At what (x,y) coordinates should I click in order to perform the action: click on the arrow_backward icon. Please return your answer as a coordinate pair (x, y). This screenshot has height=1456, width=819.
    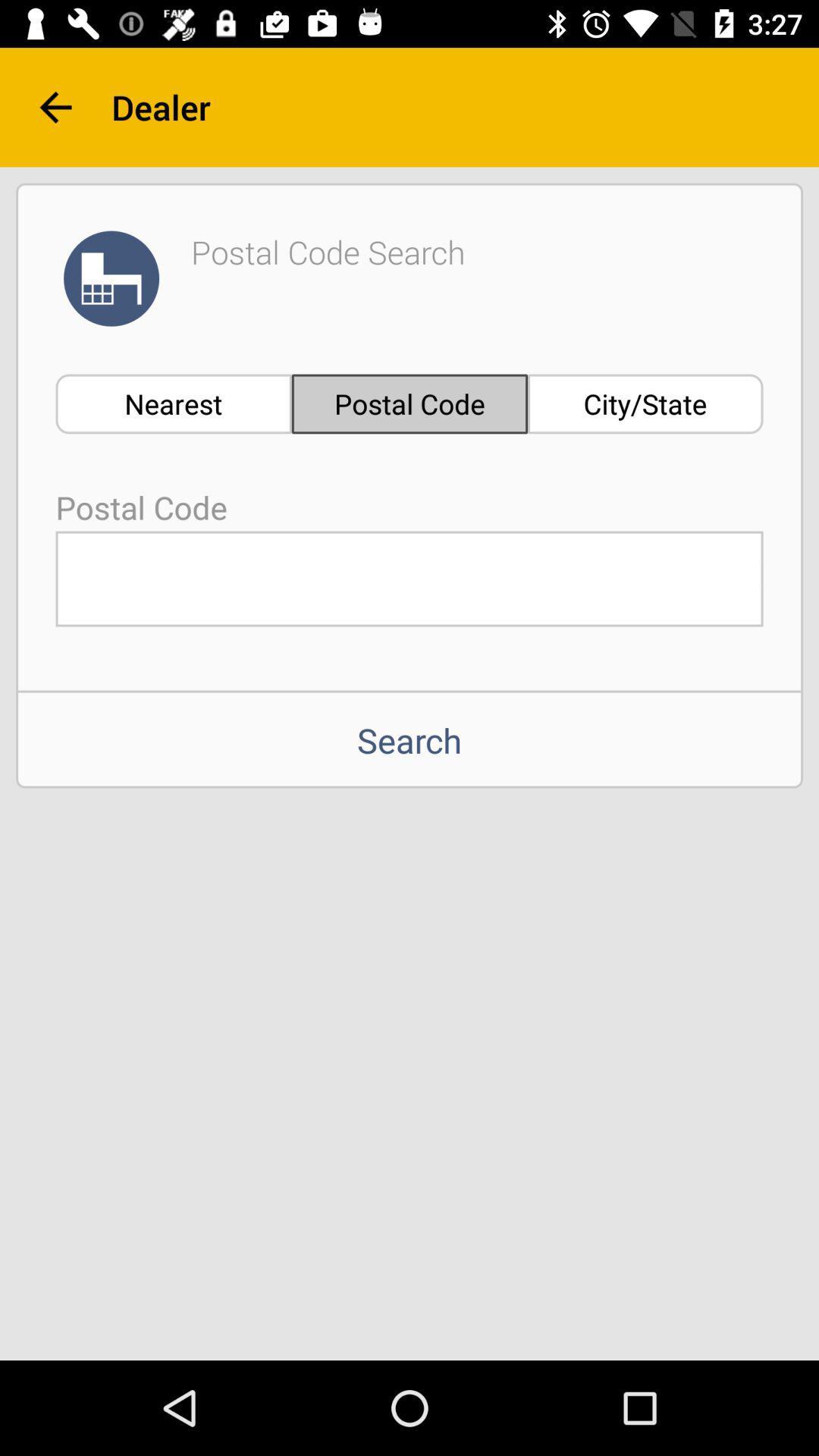
    Looking at the image, I should click on (55, 106).